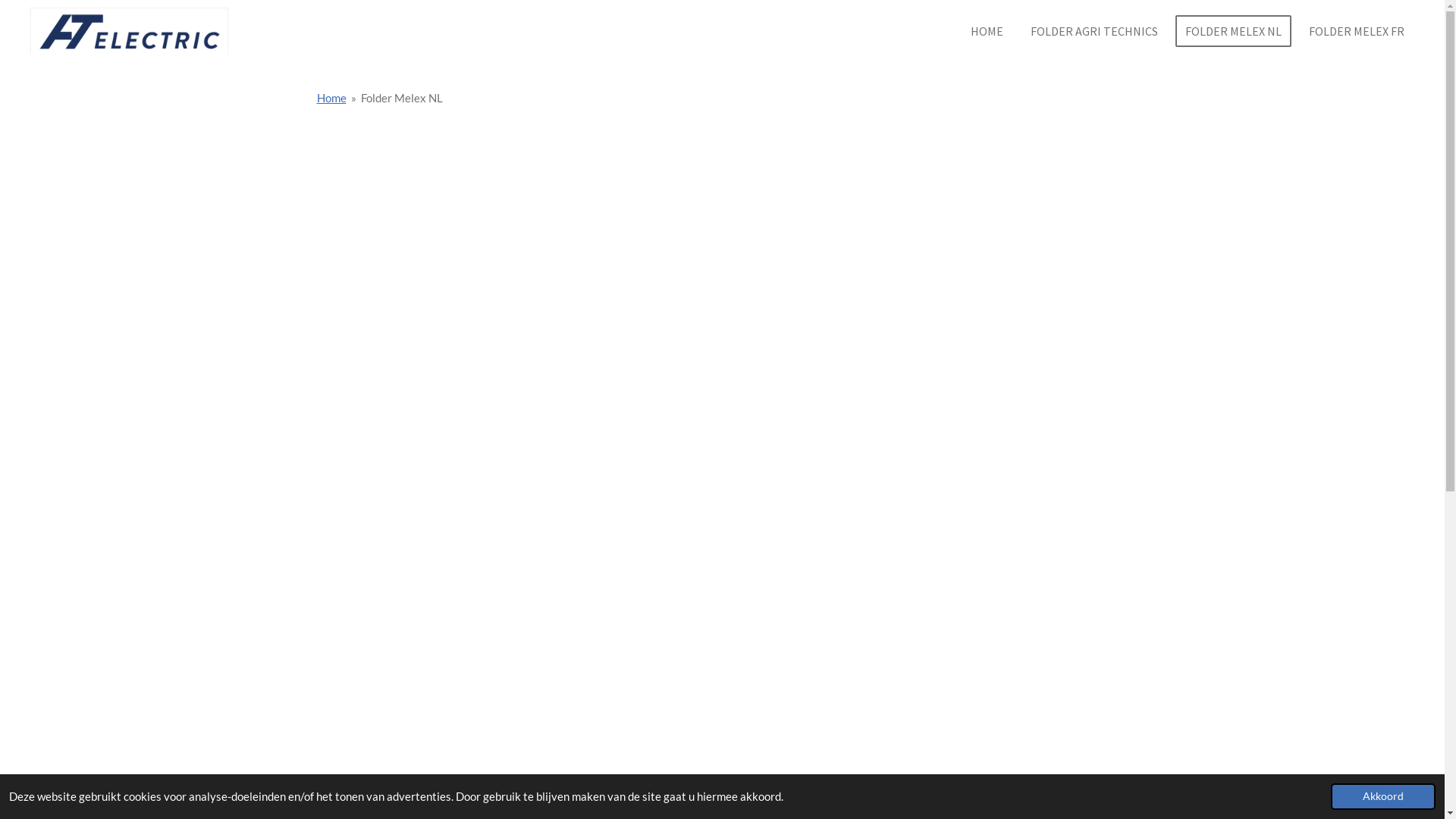  I want to click on 'Folder Melex NL', so click(359, 97).